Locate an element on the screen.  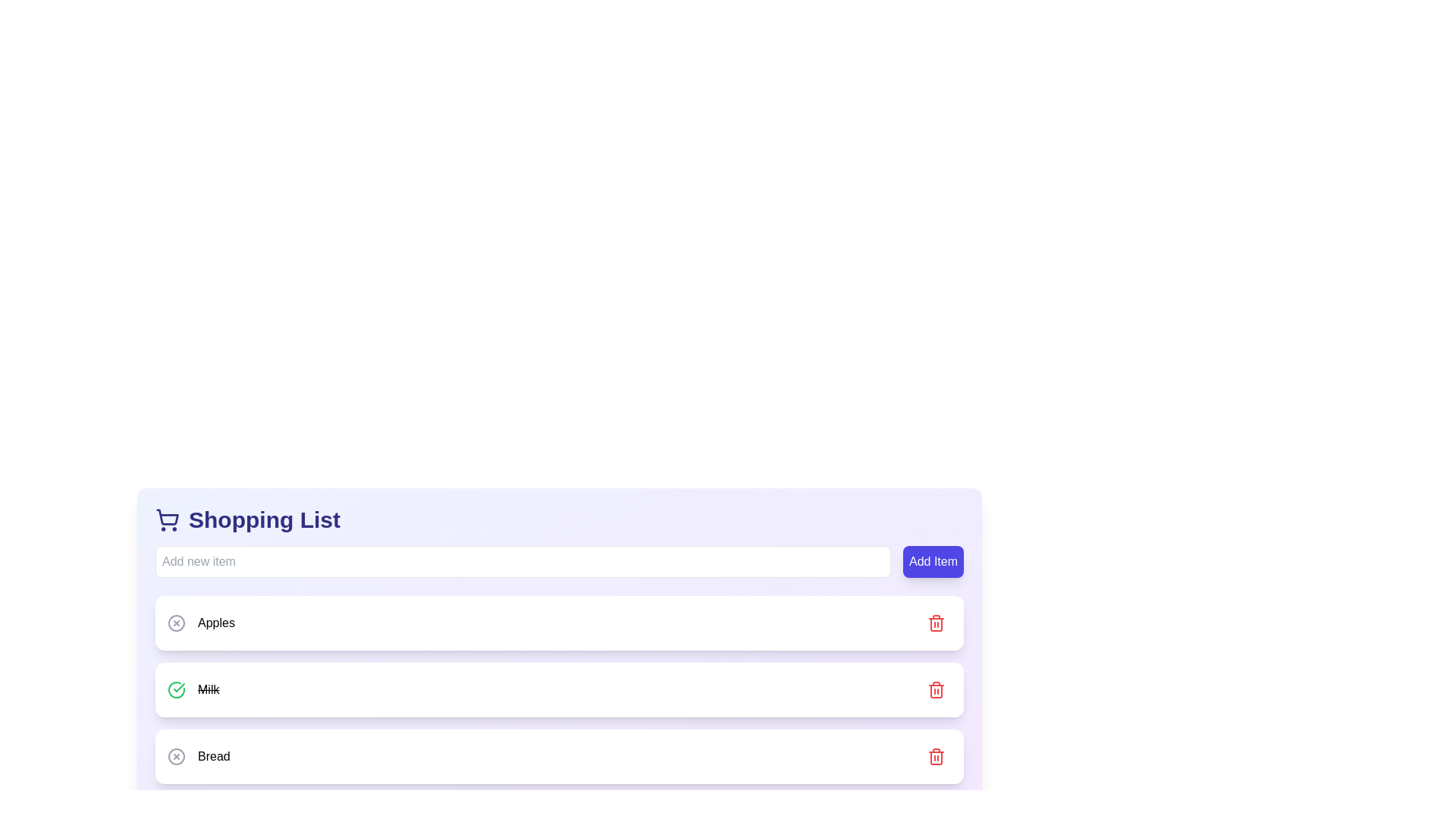
the delete button located on the far right of the 'Milk' item in the shopping list is located at coordinates (935, 690).